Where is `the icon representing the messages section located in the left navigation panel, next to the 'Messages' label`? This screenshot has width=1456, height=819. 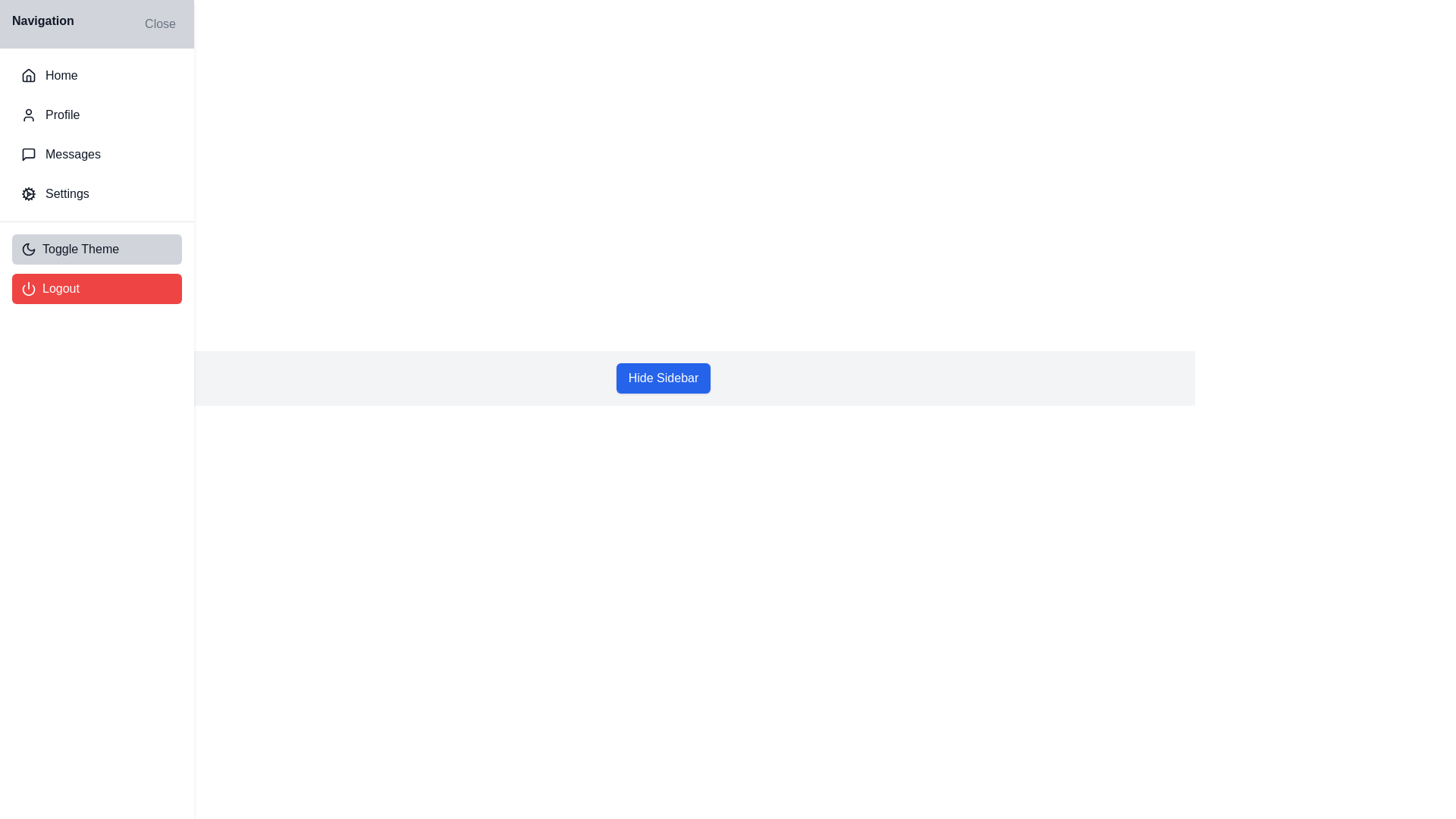 the icon representing the messages section located in the left navigation panel, next to the 'Messages' label is located at coordinates (29, 155).